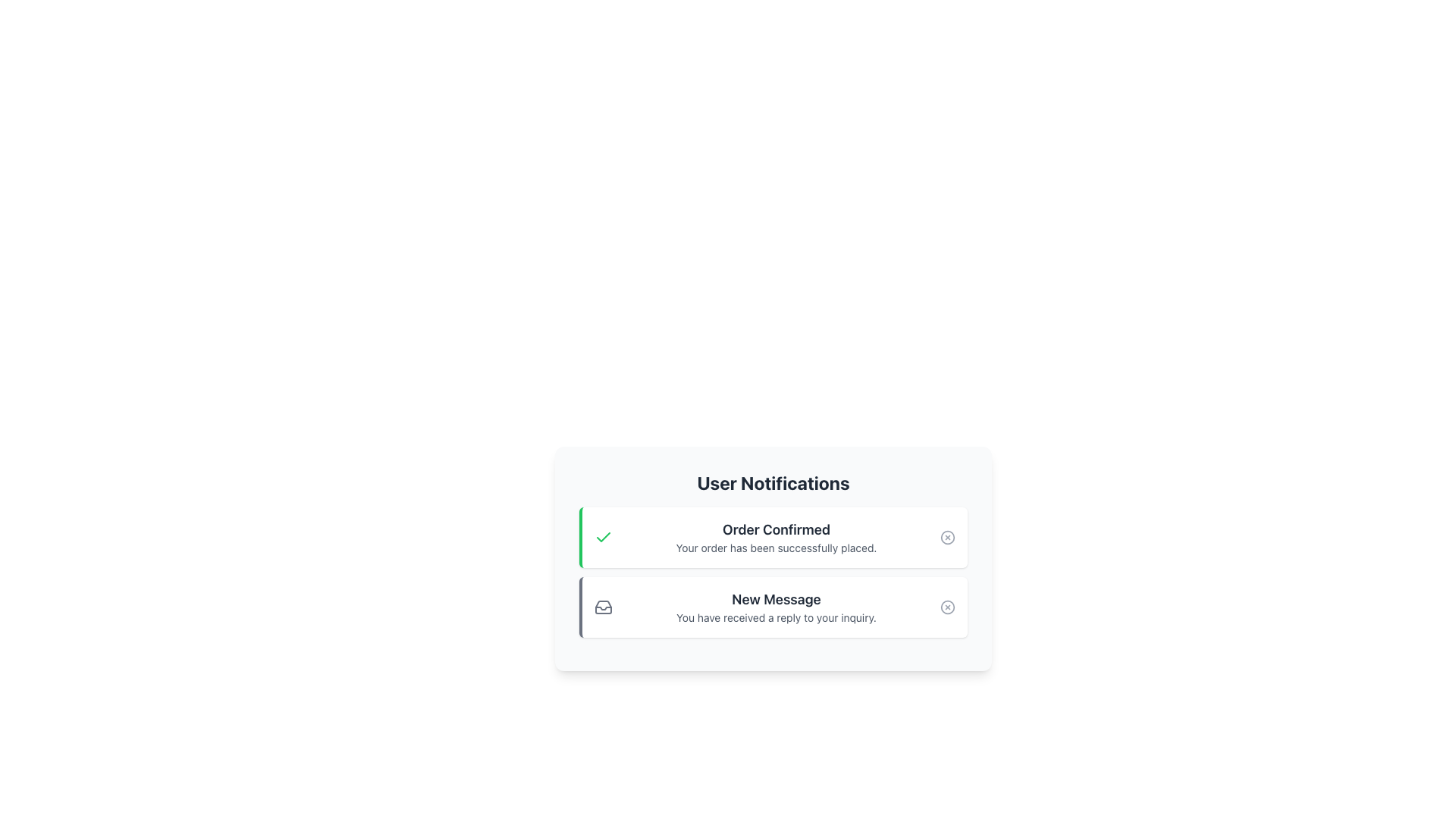 The height and width of the screenshot is (819, 1456). Describe the element at coordinates (603, 536) in the screenshot. I see `the green checkmark-shaped icon in the 'Order Confirmed' section of user notifications, located in the top notification card adjacent to the text 'Order Confirmed'` at that location.